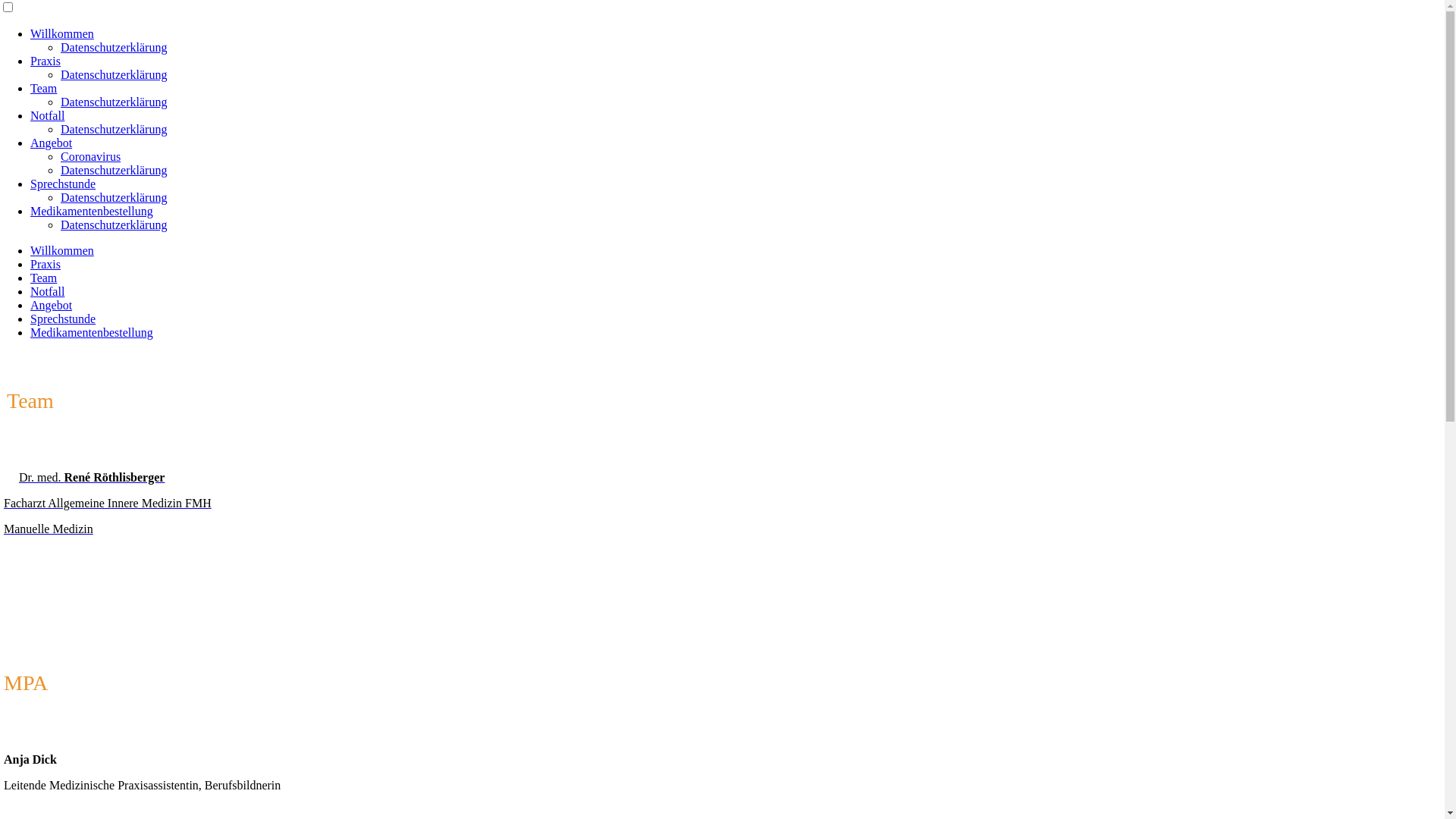 This screenshot has width=1456, height=819. What do you see at coordinates (45, 60) in the screenshot?
I see `'Praxis'` at bounding box center [45, 60].